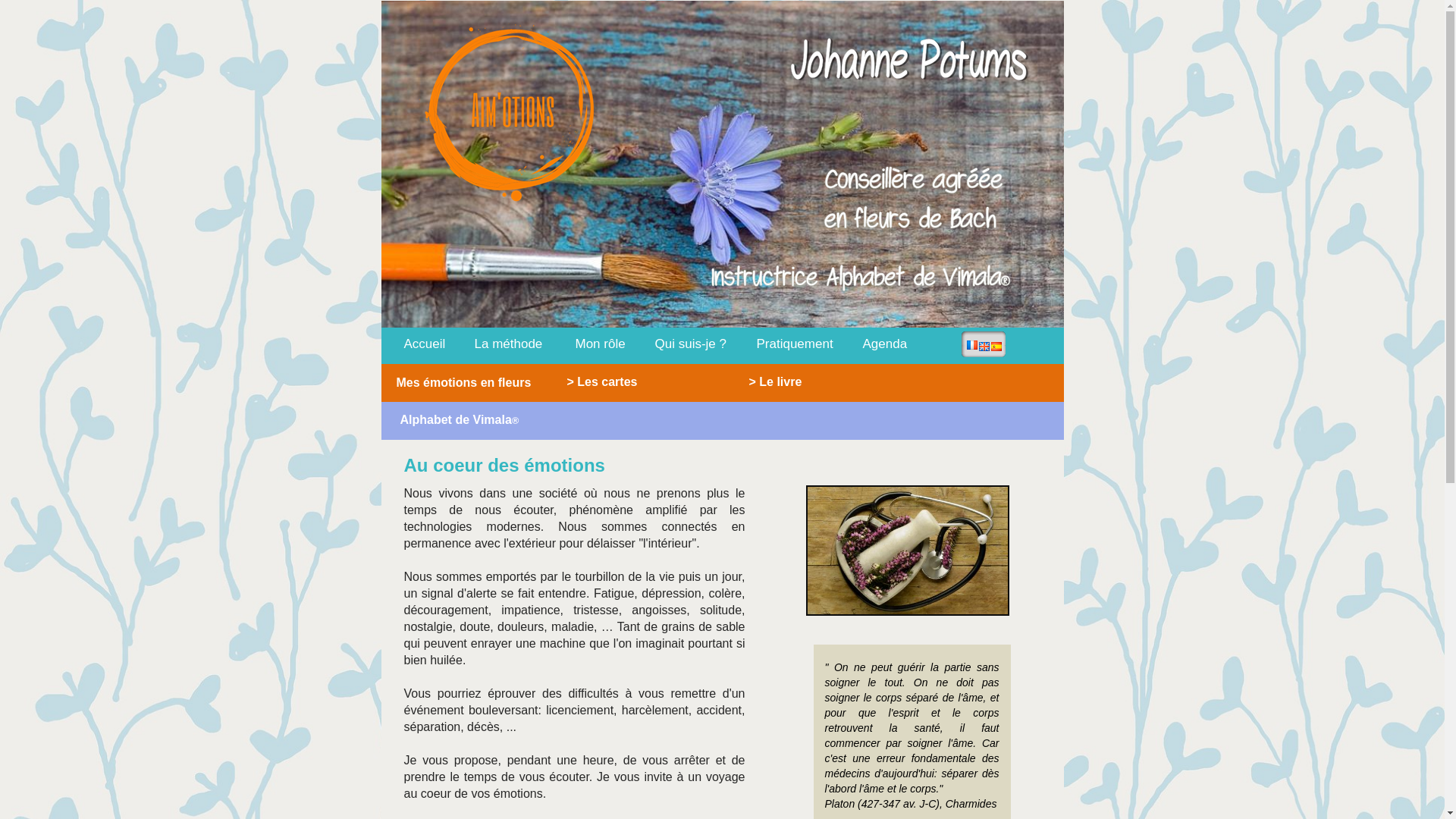 This screenshot has width=1456, height=819. Describe the element at coordinates (793, 343) in the screenshot. I see `'Pratiquement'` at that location.